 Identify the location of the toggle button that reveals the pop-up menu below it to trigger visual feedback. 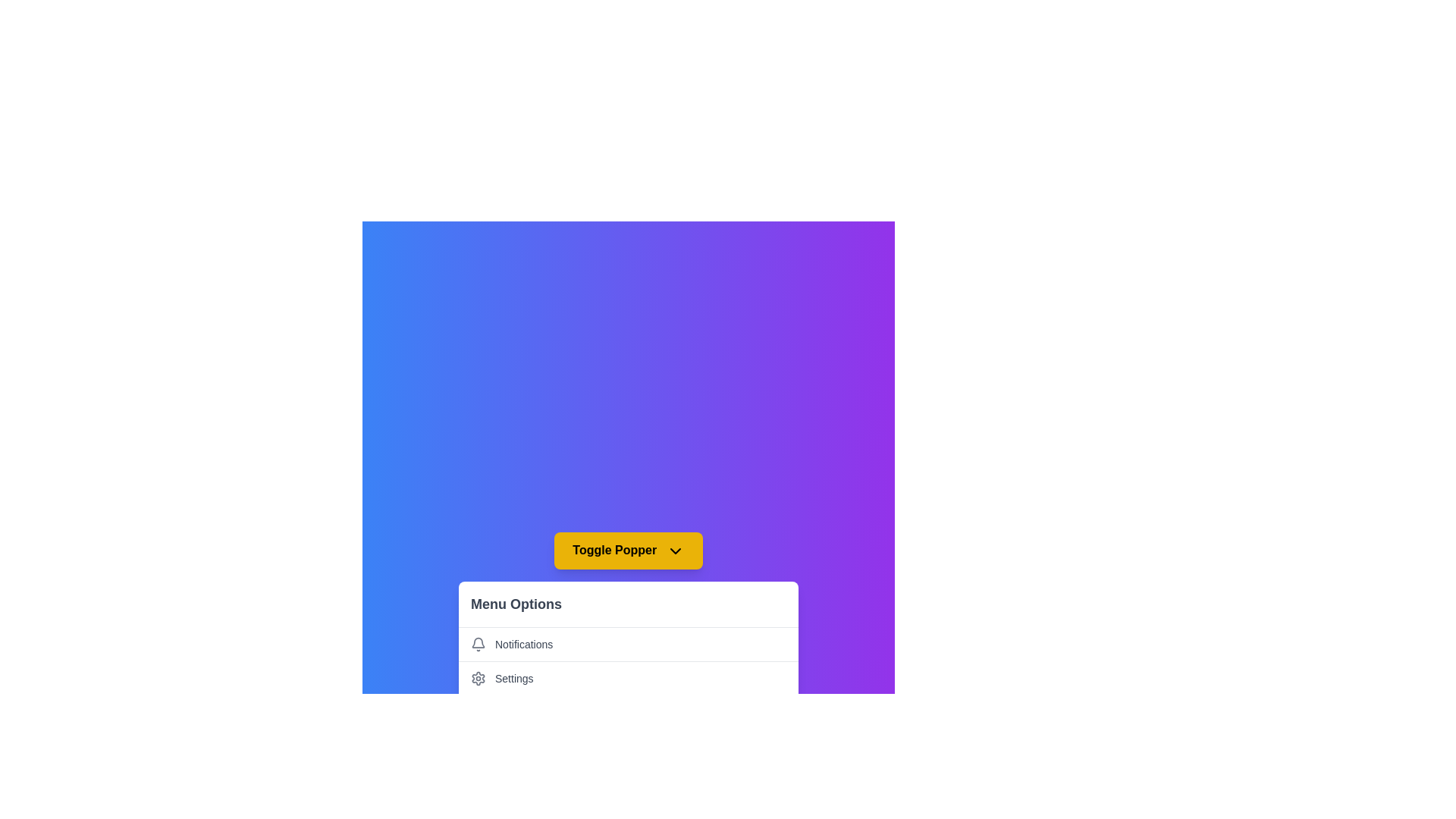
(629, 551).